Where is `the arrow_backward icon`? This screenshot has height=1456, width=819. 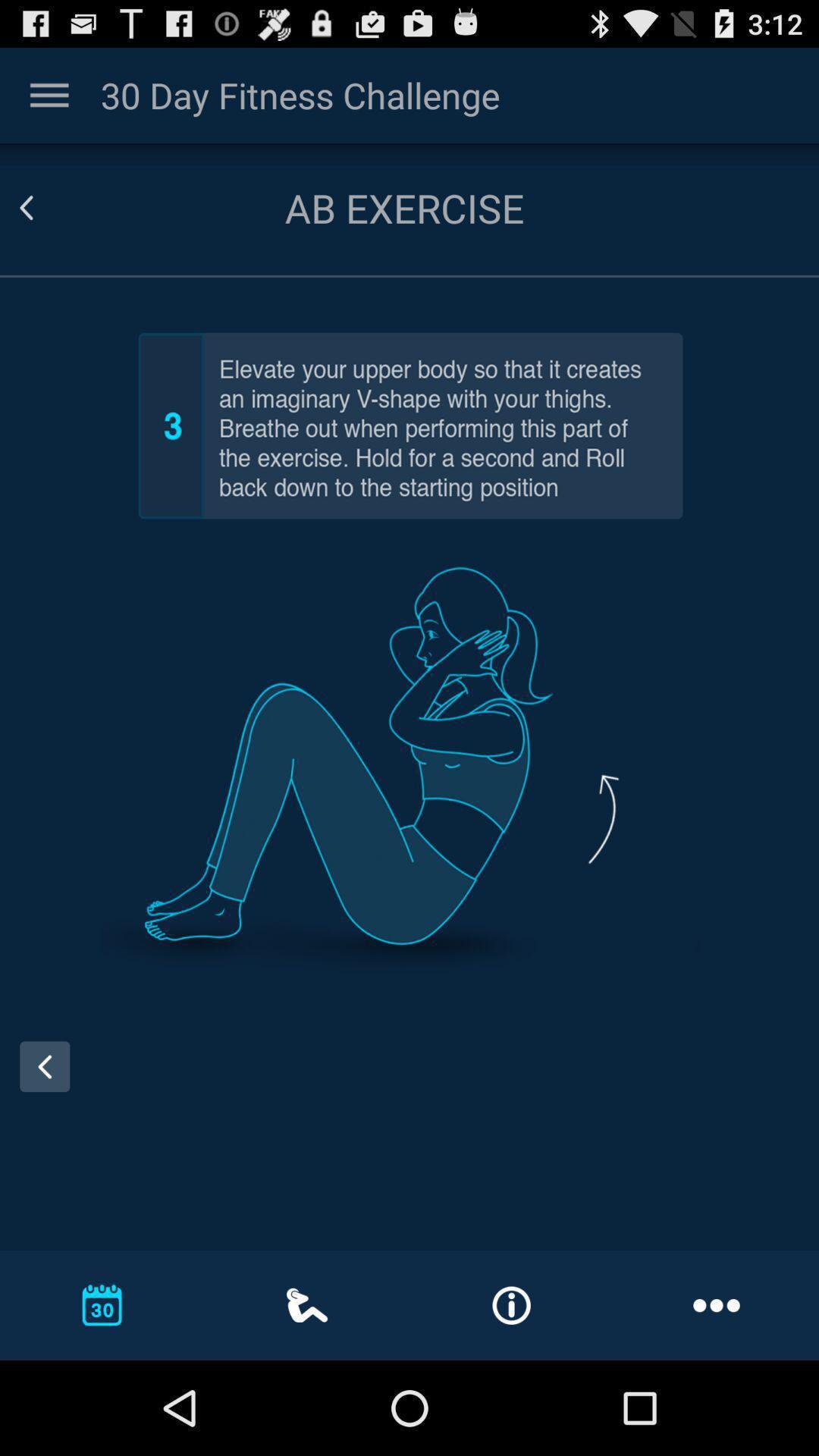
the arrow_backward icon is located at coordinates (39, 1156).